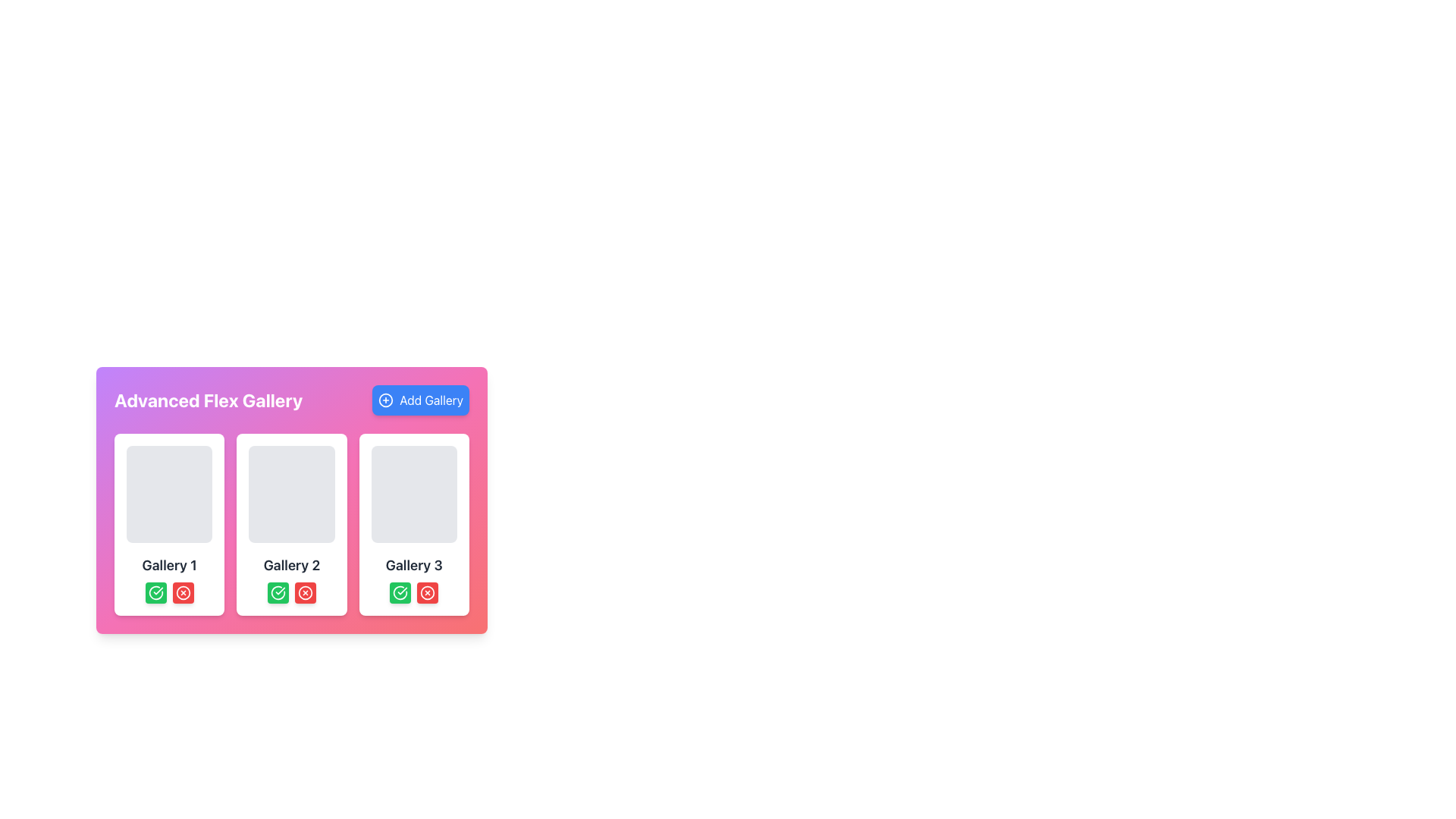 The width and height of the screenshot is (1456, 819). Describe the element at coordinates (291, 592) in the screenshot. I see `the green button in the Button Group for confirming actions related to 'Gallery 2', located below the 'Gallery 2' title` at that location.